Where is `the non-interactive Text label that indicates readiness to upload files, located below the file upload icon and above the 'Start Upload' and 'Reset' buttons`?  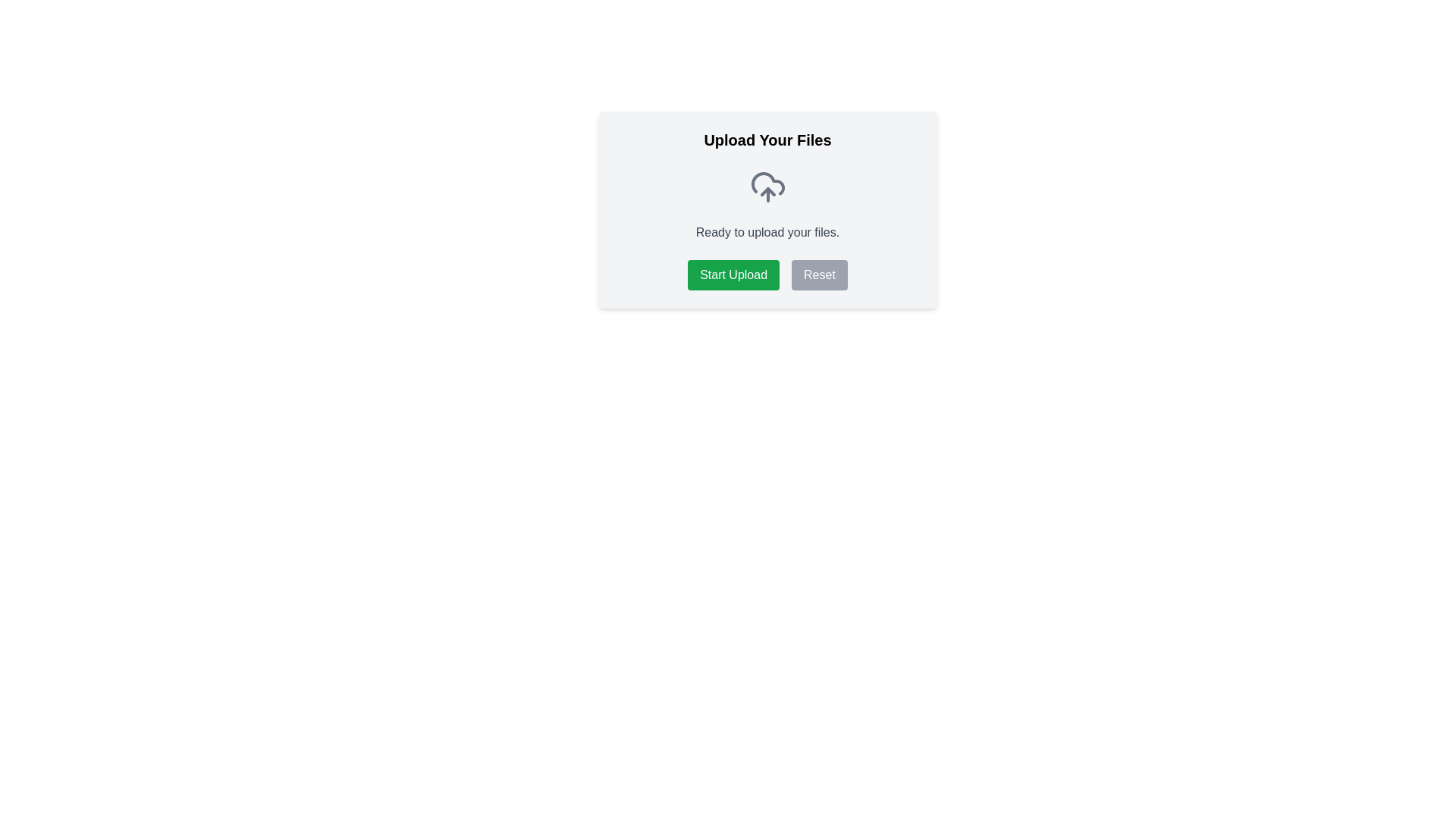 the non-interactive Text label that indicates readiness to upload files, located below the file upload icon and above the 'Start Upload' and 'Reset' buttons is located at coordinates (767, 233).